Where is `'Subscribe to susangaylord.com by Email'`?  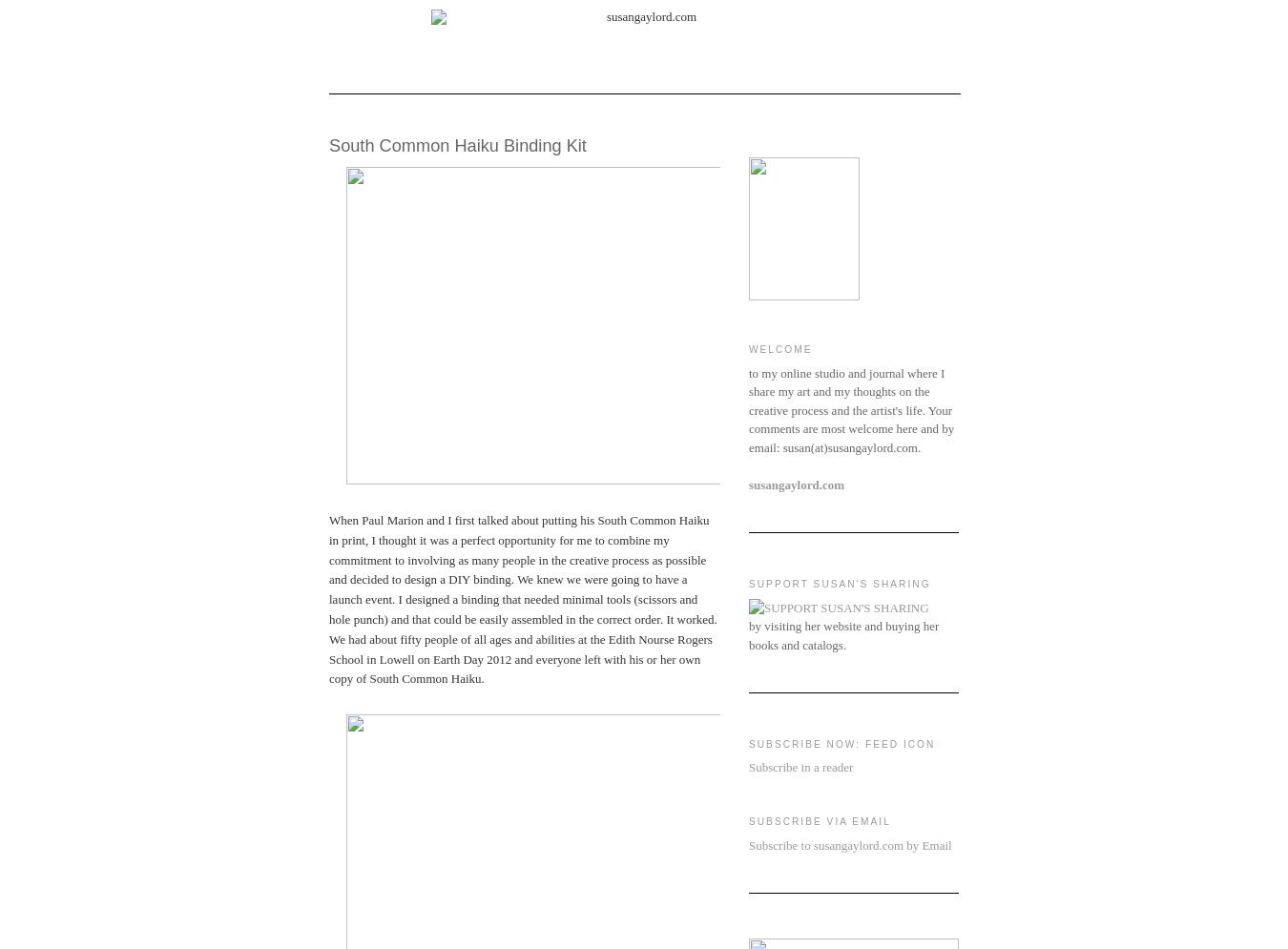 'Subscribe to susangaylord.com by Email' is located at coordinates (748, 843).